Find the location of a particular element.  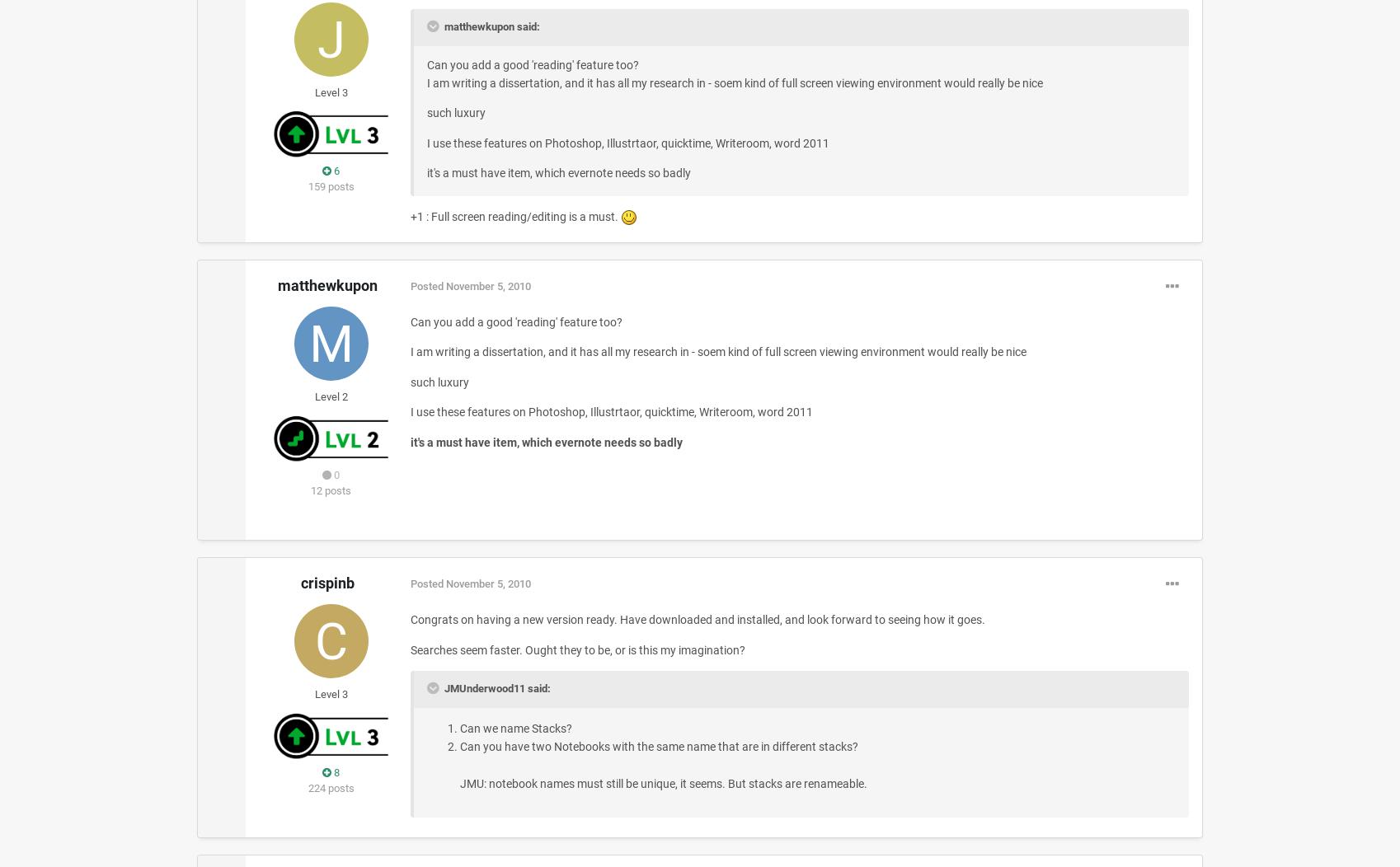

'matthewkupon said:' is located at coordinates (490, 26).